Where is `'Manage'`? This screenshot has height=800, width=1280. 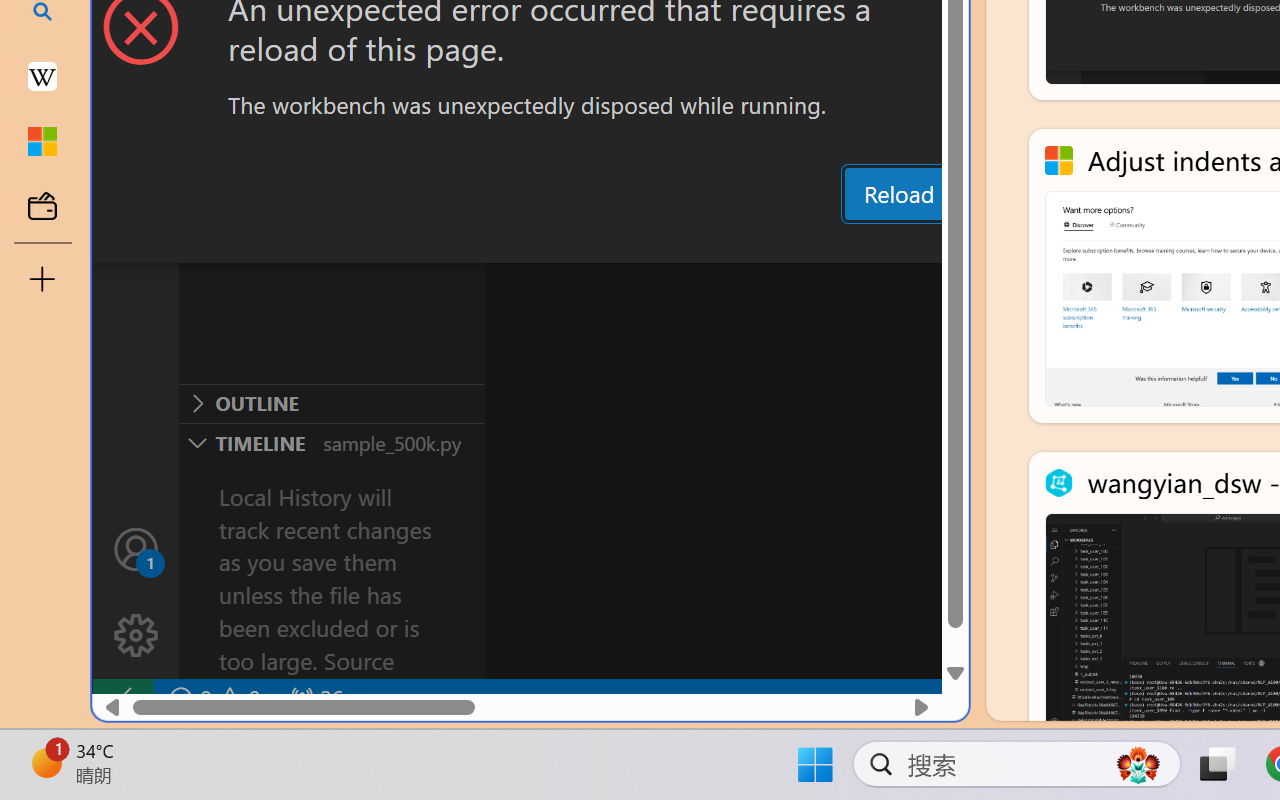
'Manage' is located at coordinates (134, 634).